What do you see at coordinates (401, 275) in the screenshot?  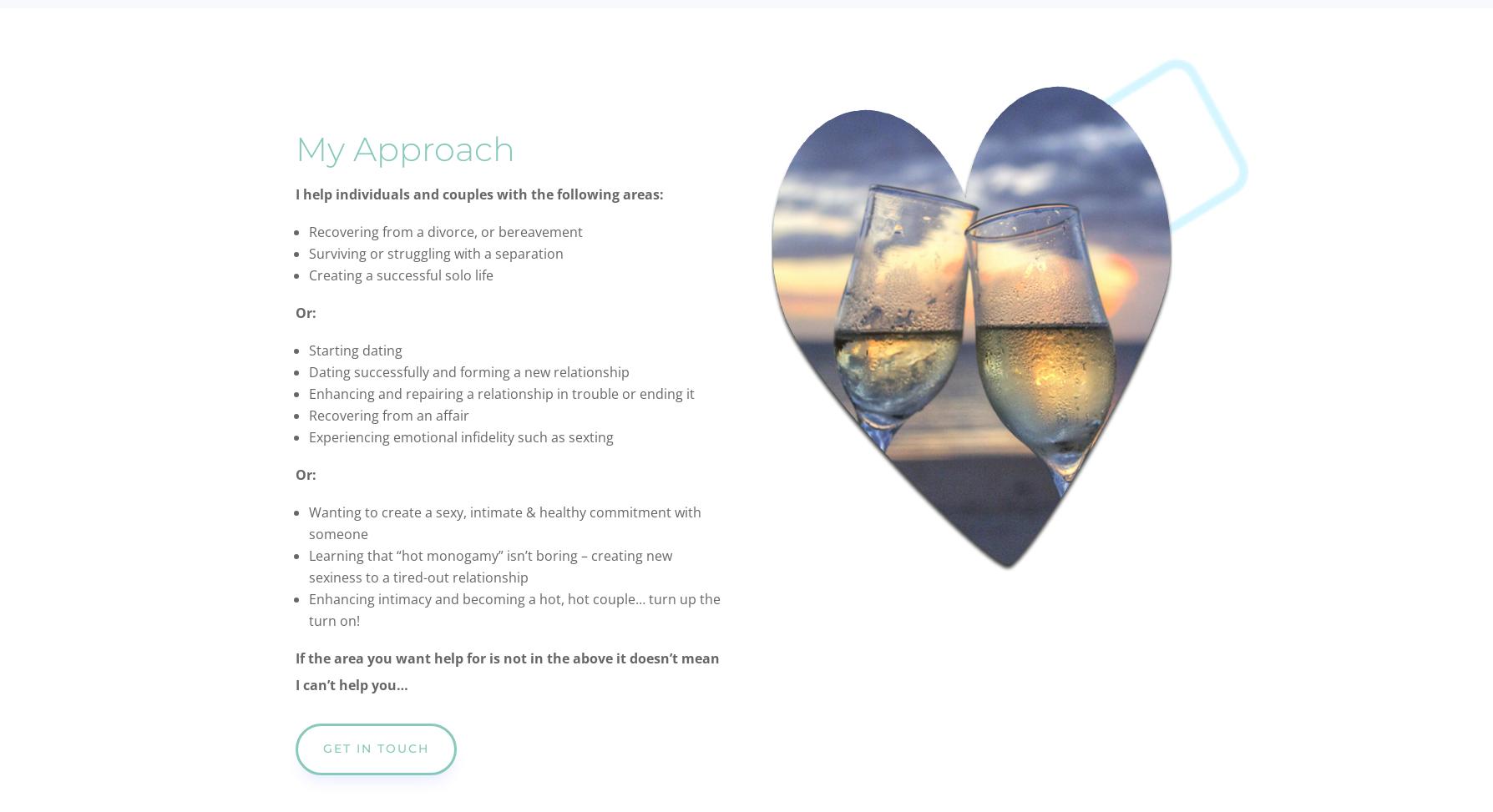 I see `'Creating a successful solo life'` at bounding box center [401, 275].